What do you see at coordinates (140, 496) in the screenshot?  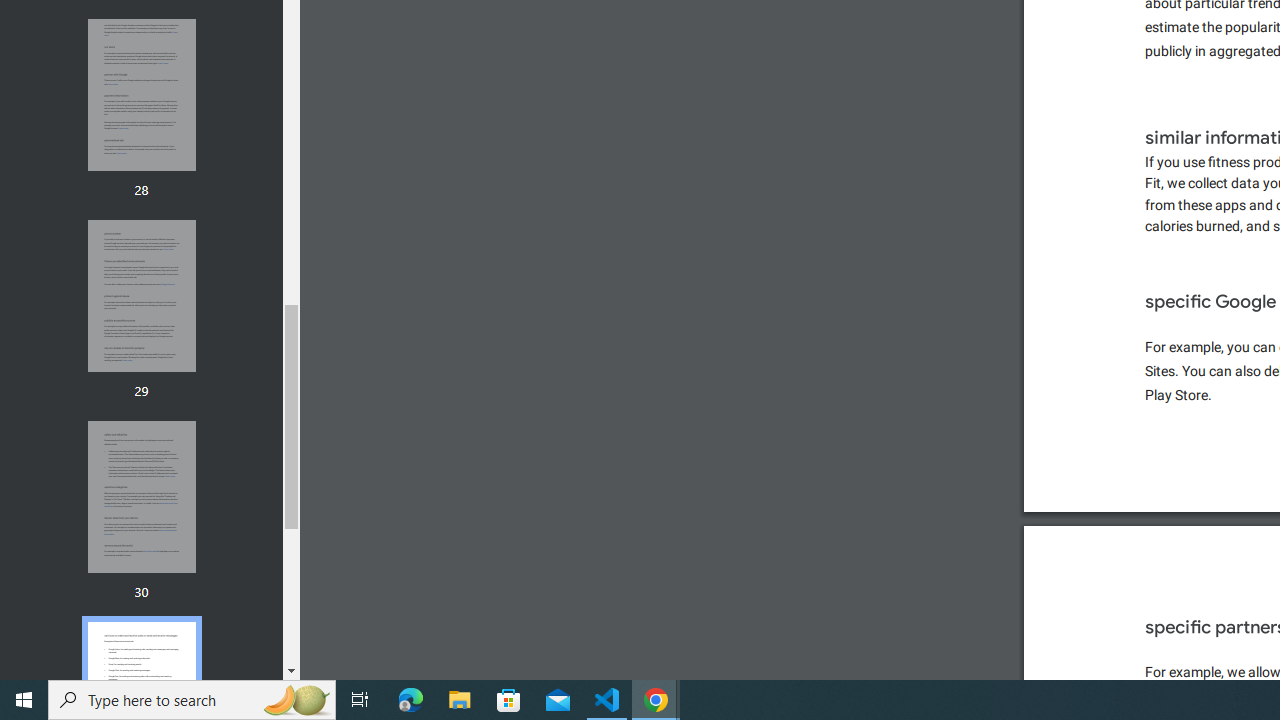 I see `'Thumbnail for page 30'` at bounding box center [140, 496].